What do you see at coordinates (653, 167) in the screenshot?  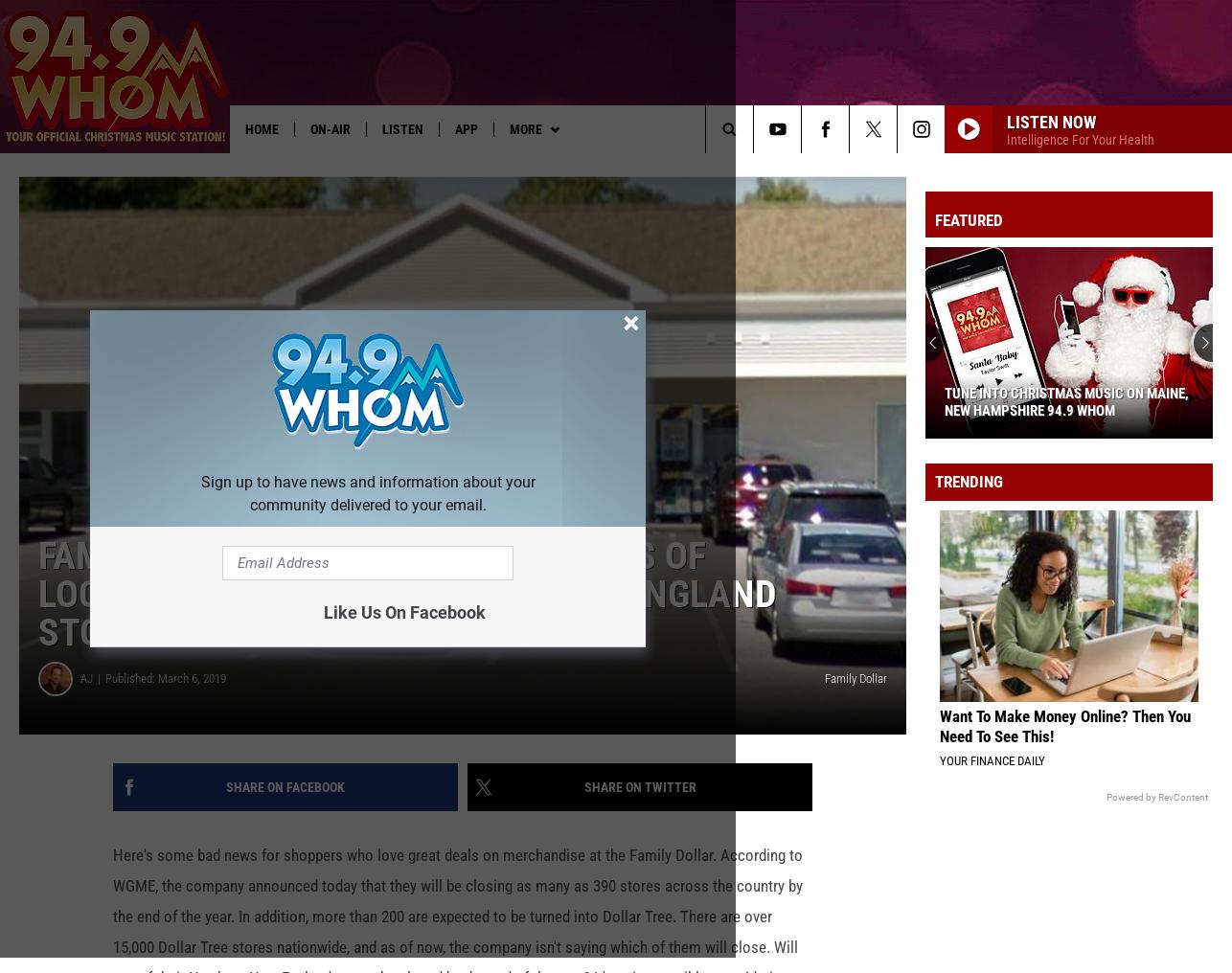 I see `'$100 Big Apple GC Contest'` at bounding box center [653, 167].